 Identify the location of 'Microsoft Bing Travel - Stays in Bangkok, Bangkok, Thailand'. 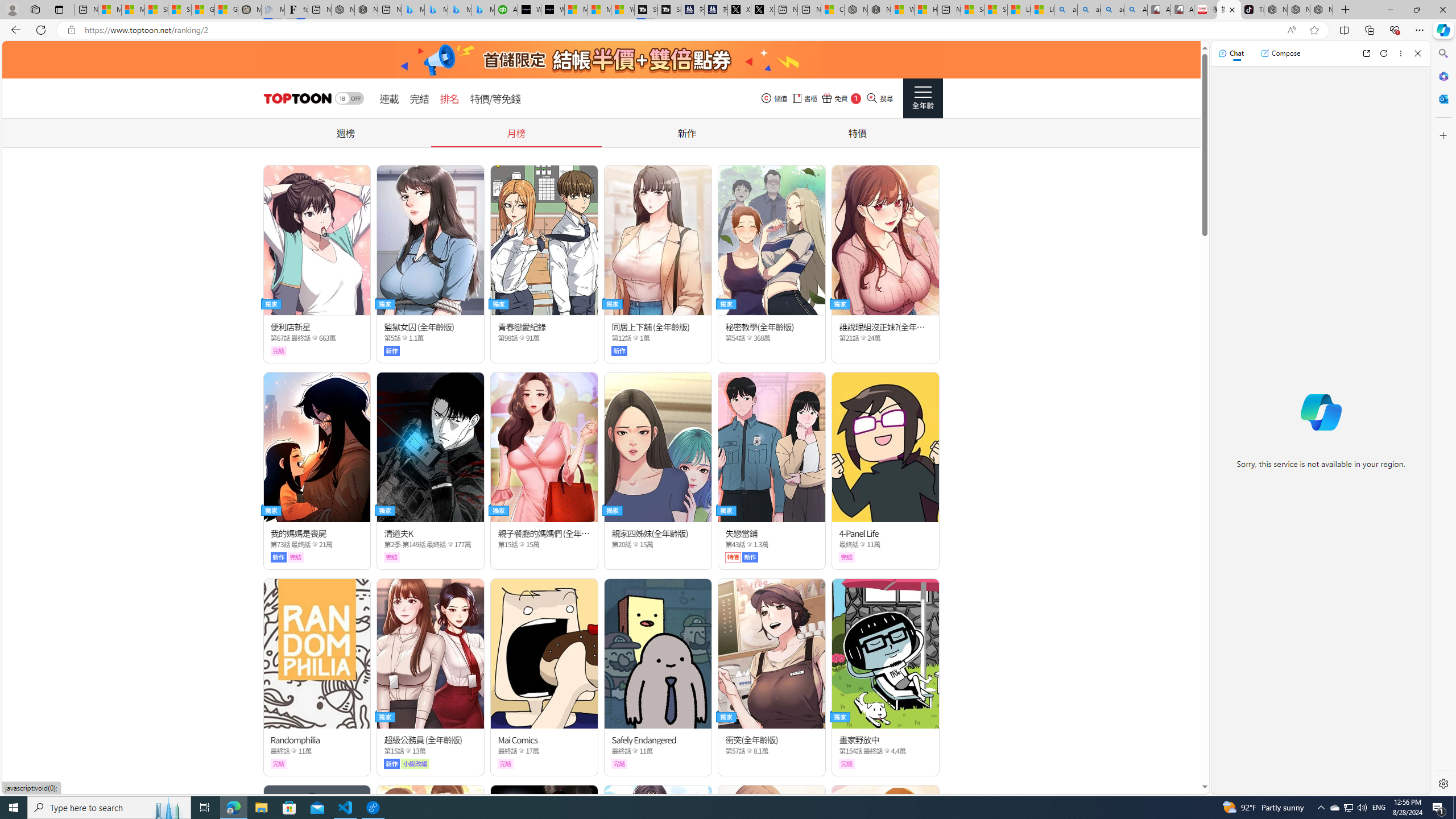
(436, 9).